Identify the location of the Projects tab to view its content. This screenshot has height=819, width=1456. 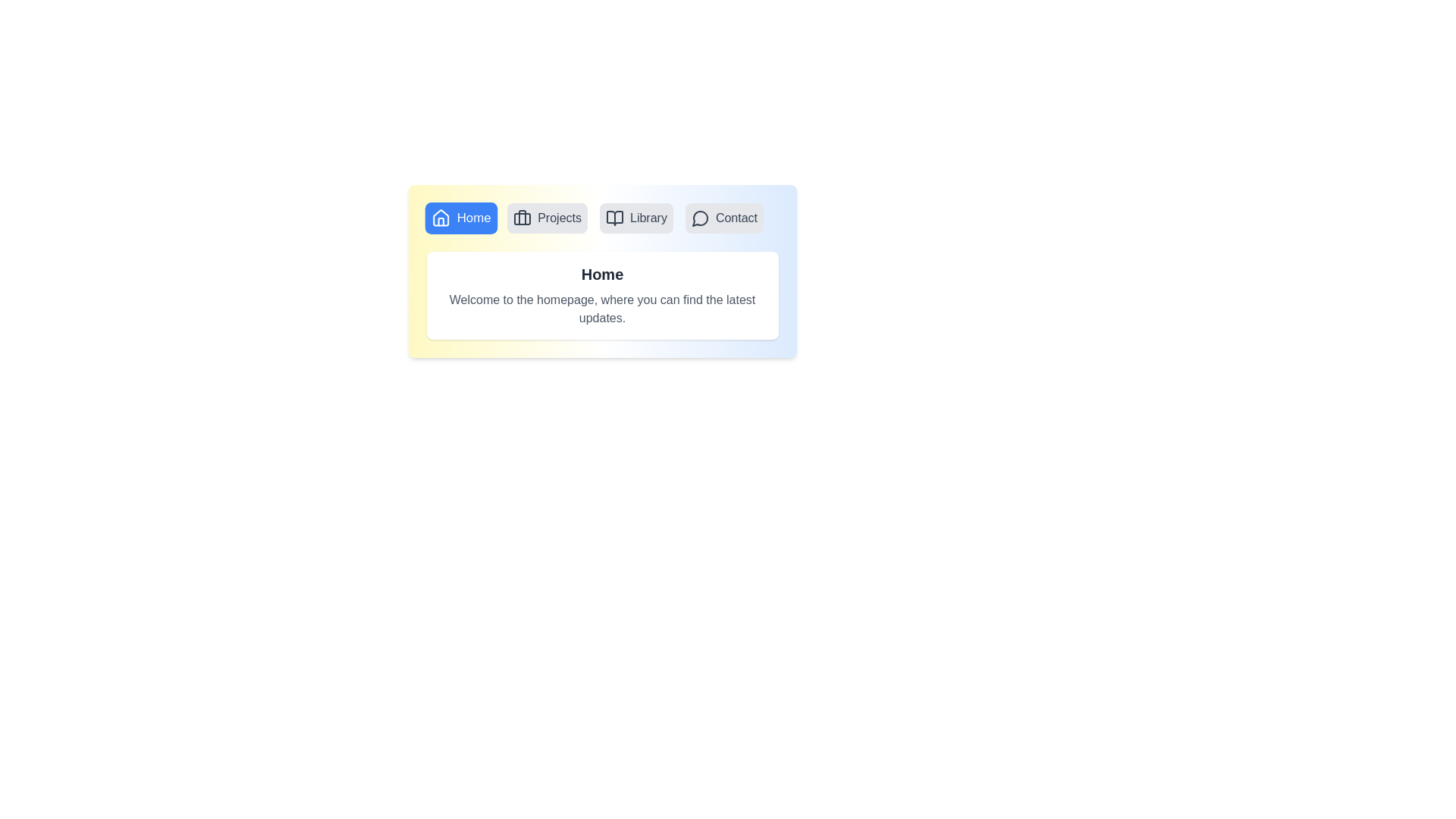
(547, 218).